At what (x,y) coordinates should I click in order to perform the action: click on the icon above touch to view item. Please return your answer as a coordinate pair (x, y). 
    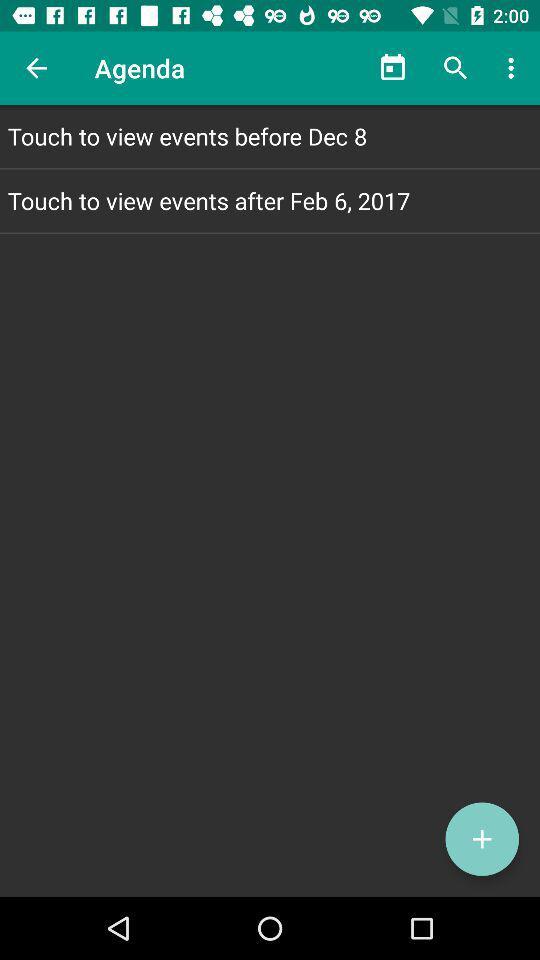
    Looking at the image, I should click on (393, 68).